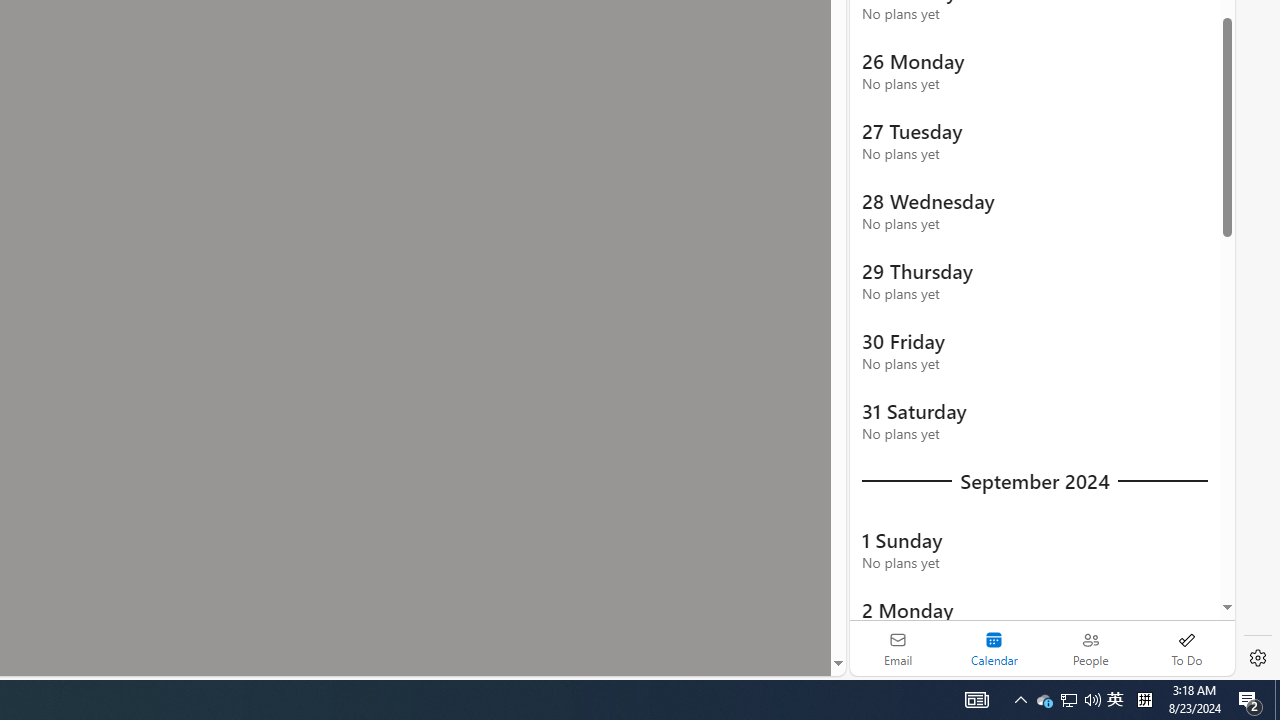 This screenshot has width=1280, height=720. I want to click on 'Selected calendar module. Date today is 22', so click(994, 648).